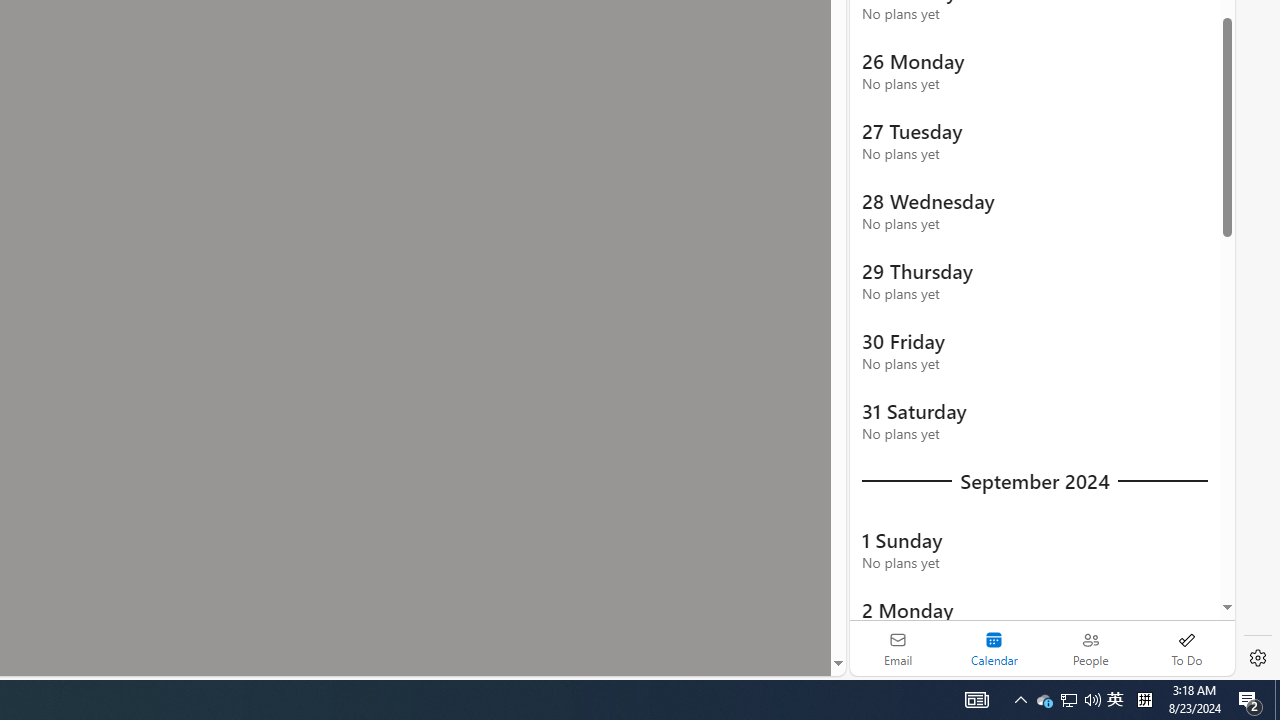 This screenshot has width=1280, height=720. I want to click on 'Selected calendar module. Date today is 22', so click(994, 648).